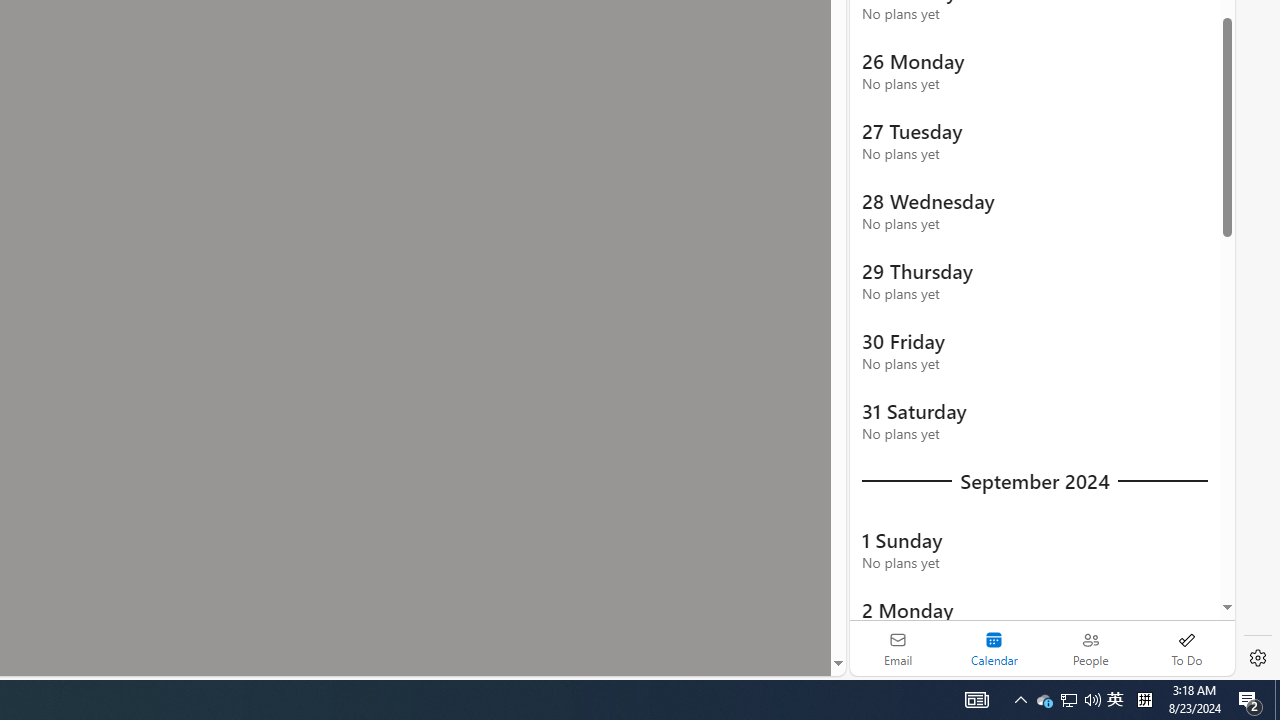 This screenshot has width=1280, height=720. I want to click on 'Selected calendar module. Date today is 22', so click(994, 648).